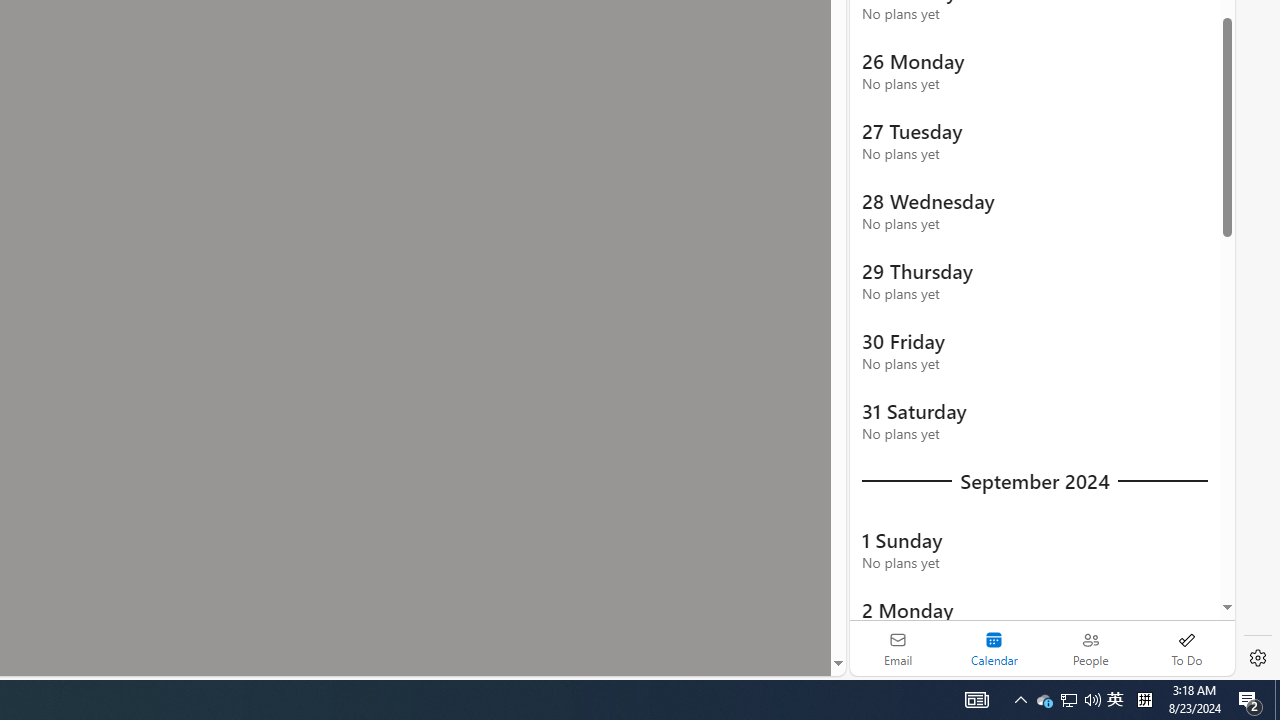 This screenshot has width=1280, height=720. I want to click on 'Selected calendar module. Date today is 22', so click(994, 648).